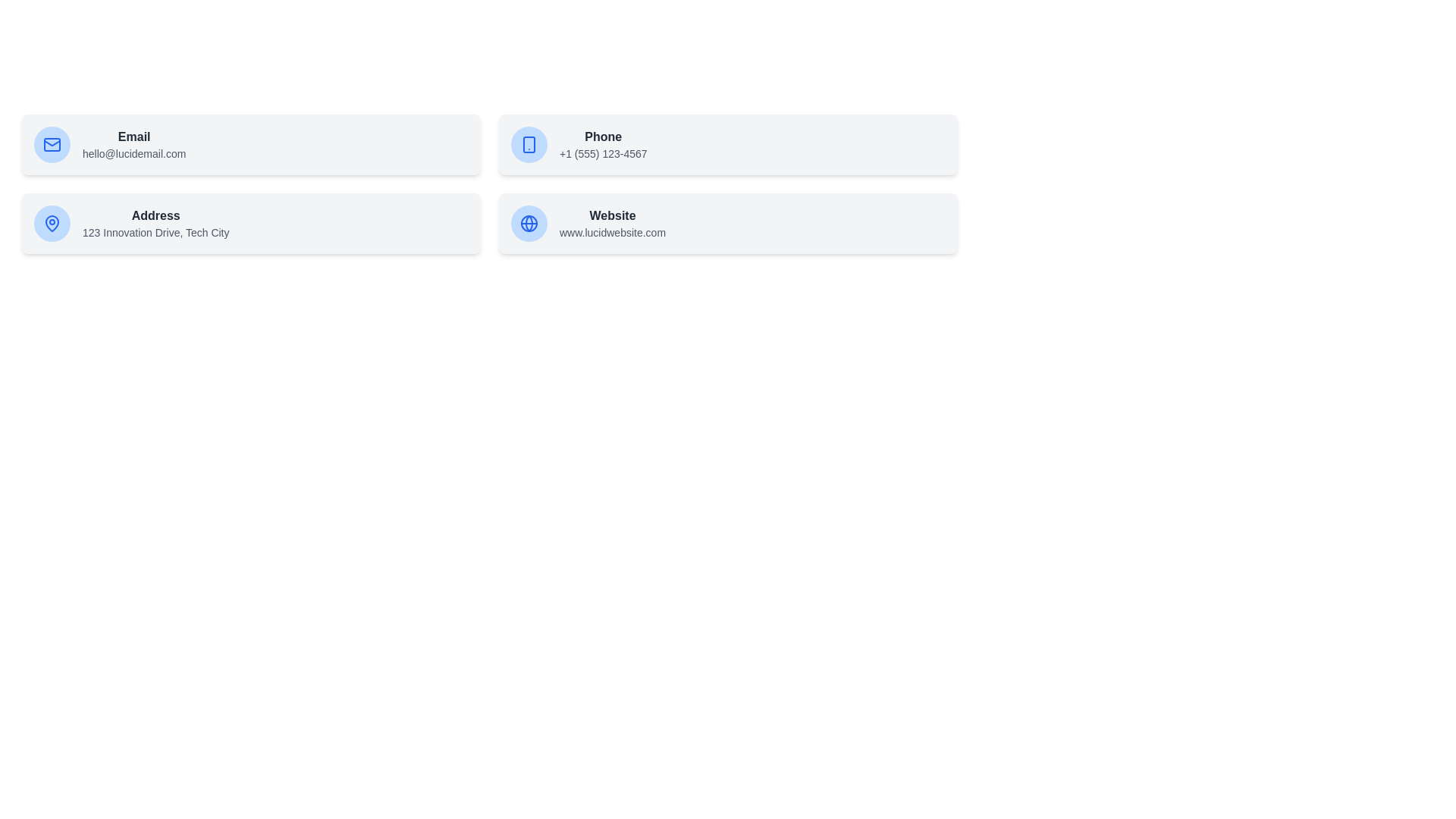  I want to click on the Text label displaying the address '123 Innovation Drive, Tech City', which is styled in a small gray font and positioned below the 'Address' label, so click(155, 233).